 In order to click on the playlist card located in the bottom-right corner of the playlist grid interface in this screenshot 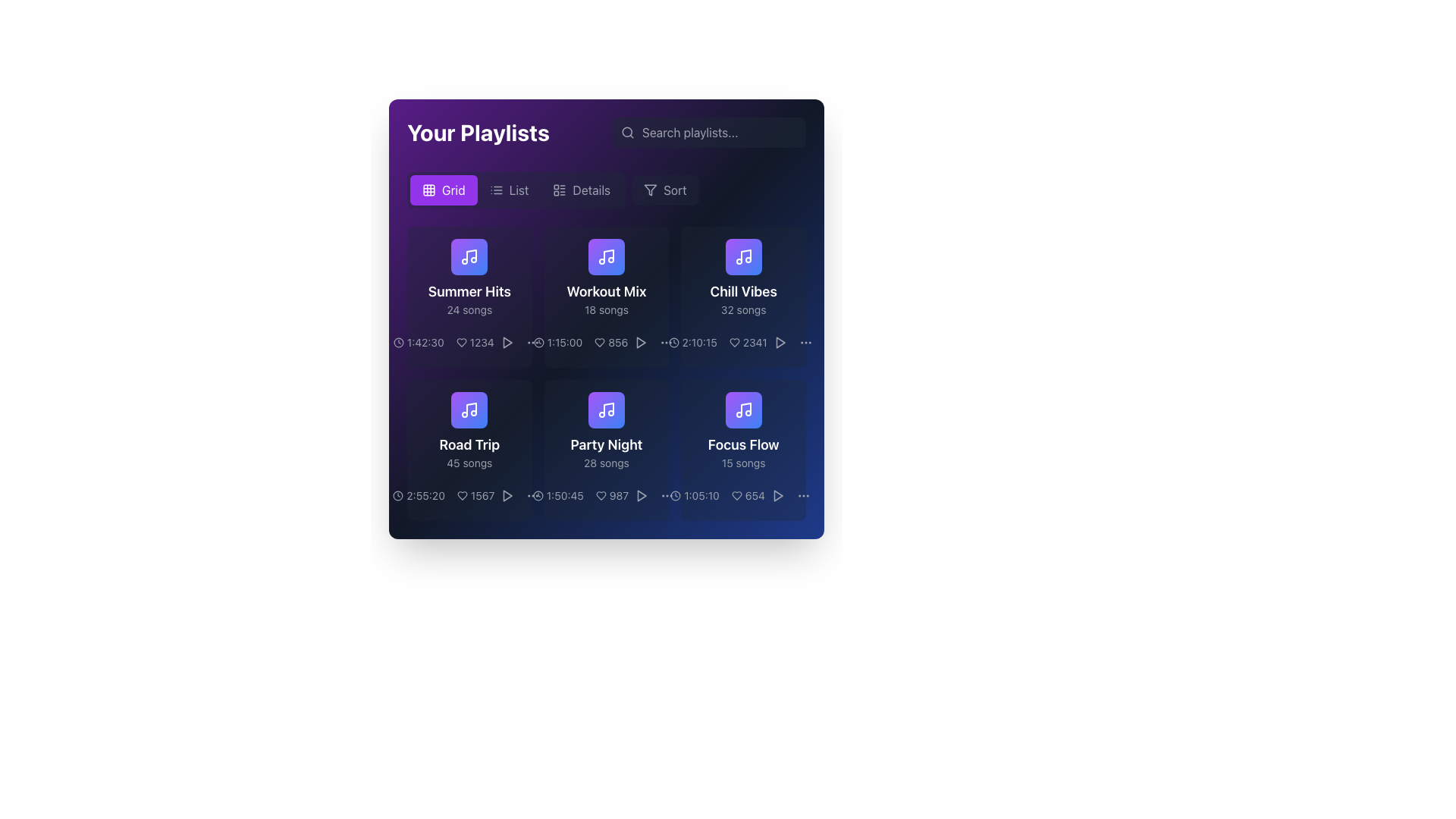, I will do `click(743, 450)`.